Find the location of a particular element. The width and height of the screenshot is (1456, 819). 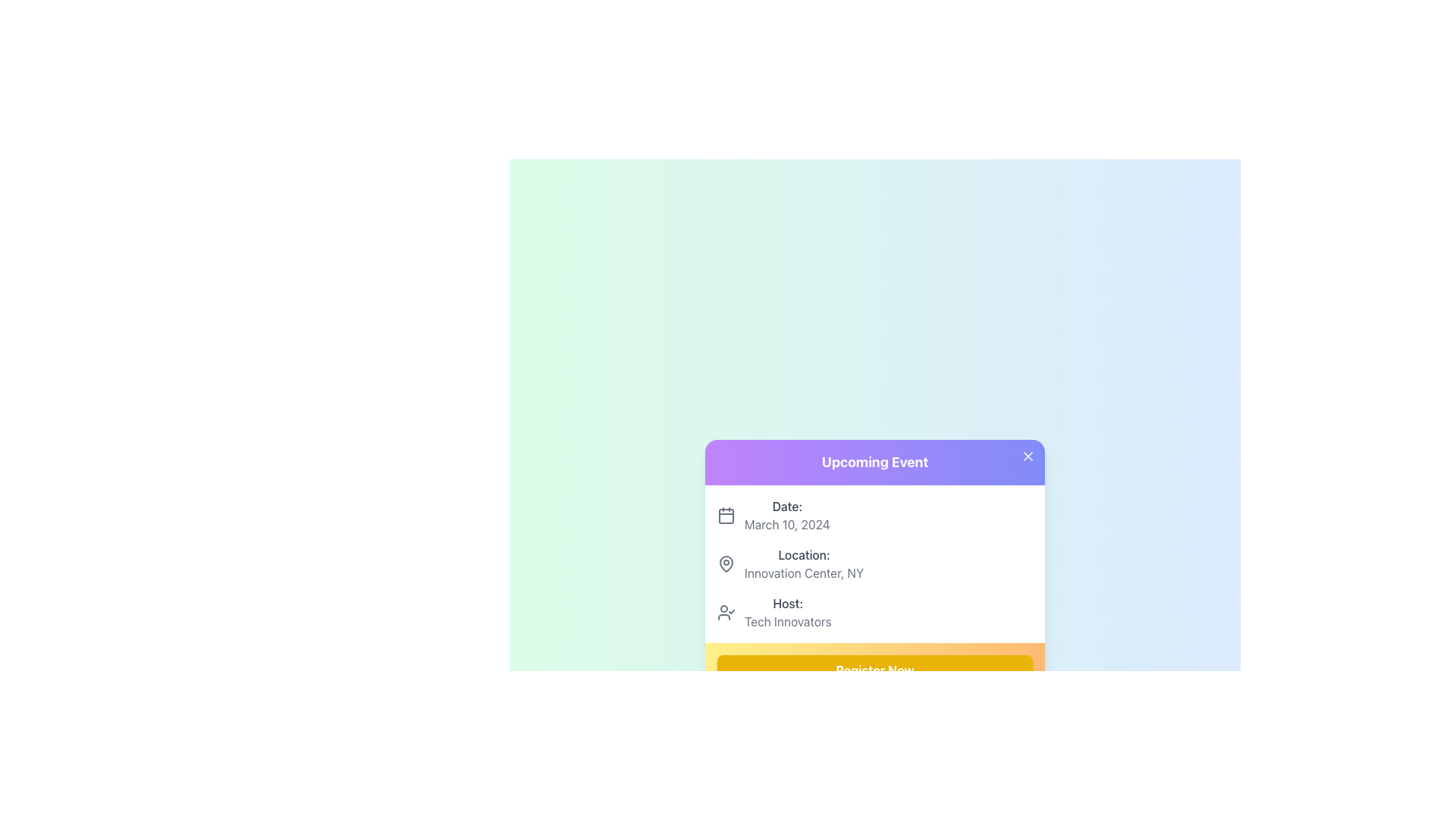

text from the label displaying 'Tech Innovators', which is located within the context labeled 'Host:' on the event detail card is located at coordinates (788, 622).